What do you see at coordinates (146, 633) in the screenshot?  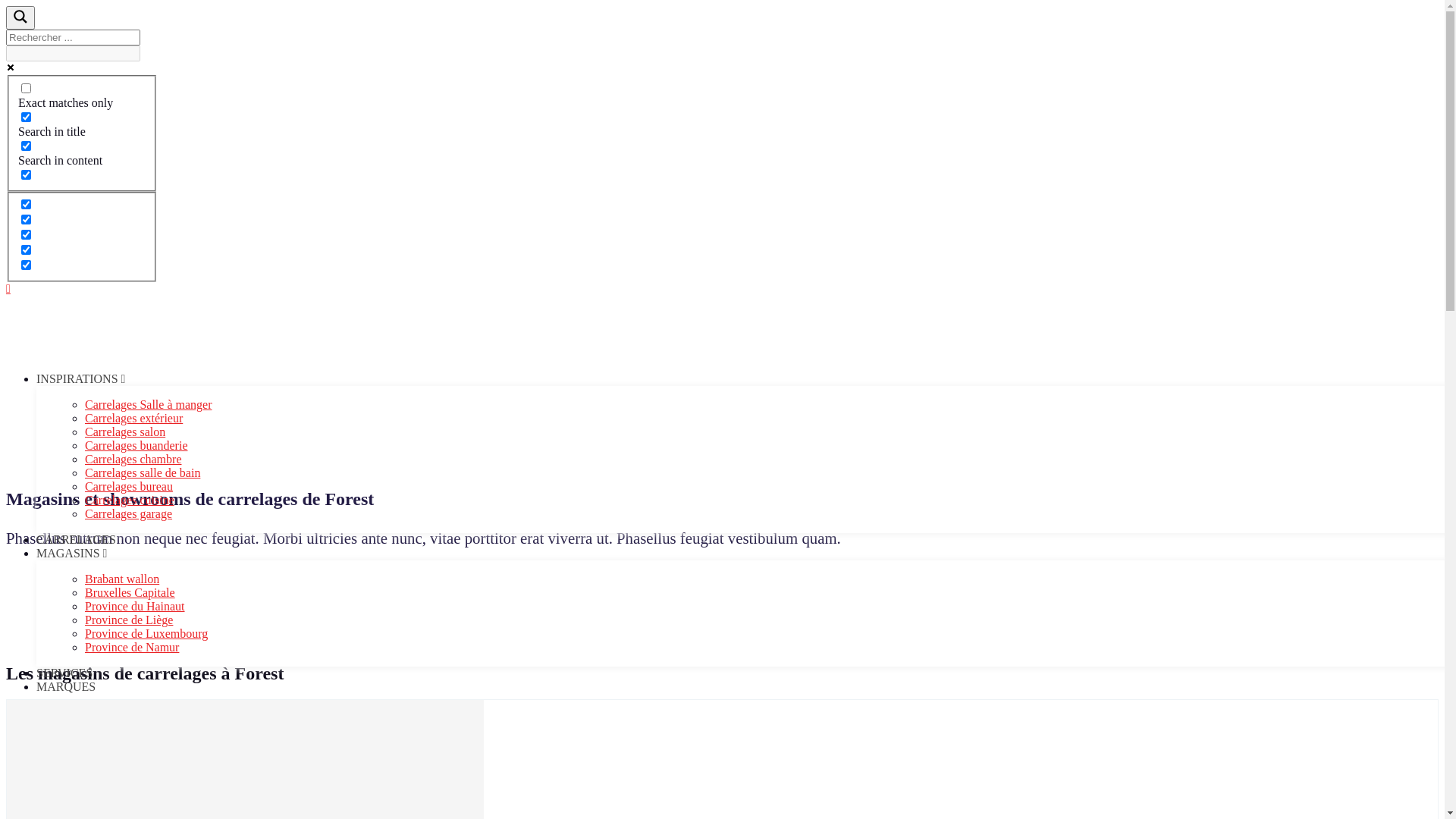 I see `'Province de Luxembourg'` at bounding box center [146, 633].